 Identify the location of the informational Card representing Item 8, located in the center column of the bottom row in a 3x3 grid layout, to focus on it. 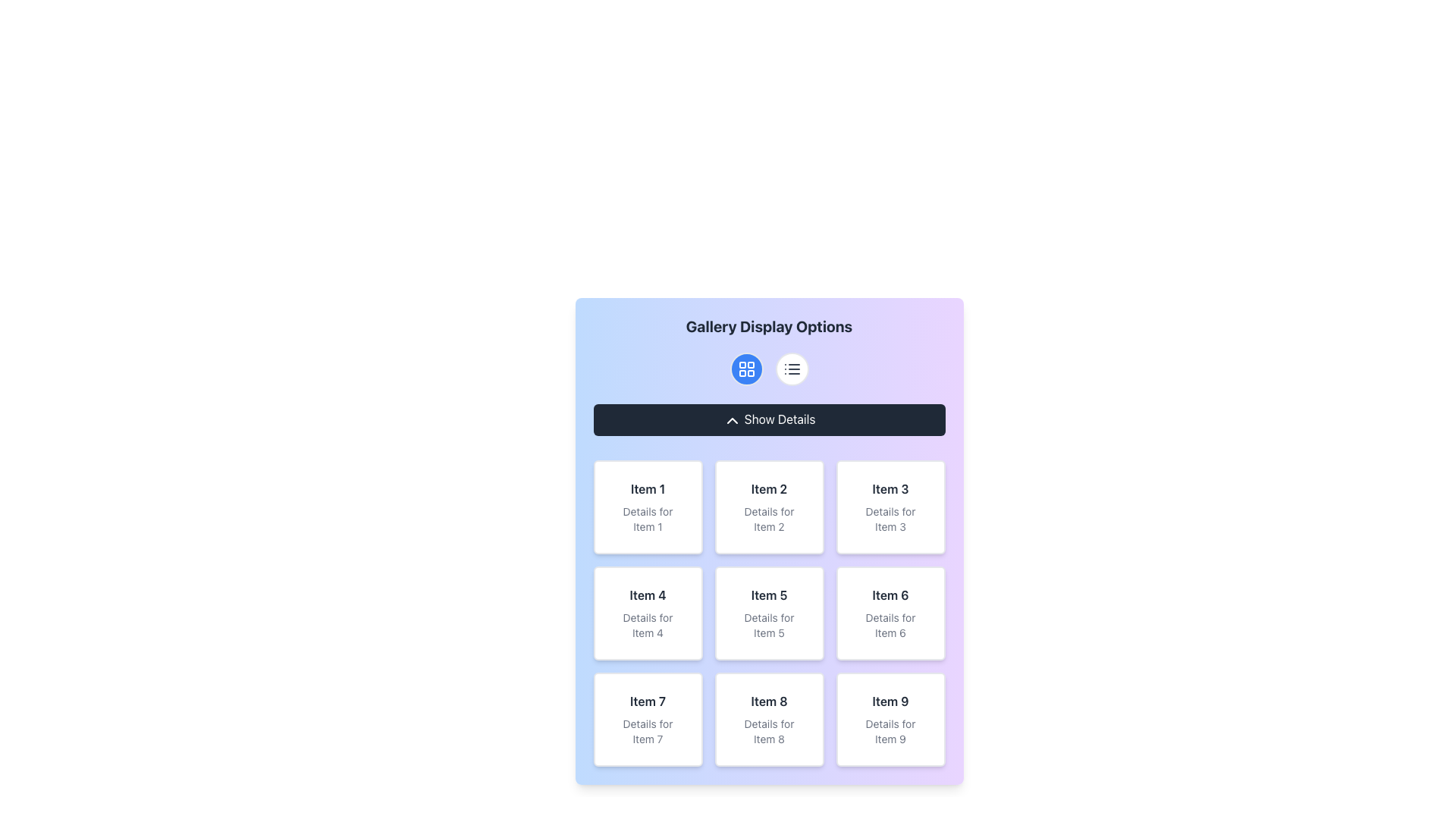
(769, 718).